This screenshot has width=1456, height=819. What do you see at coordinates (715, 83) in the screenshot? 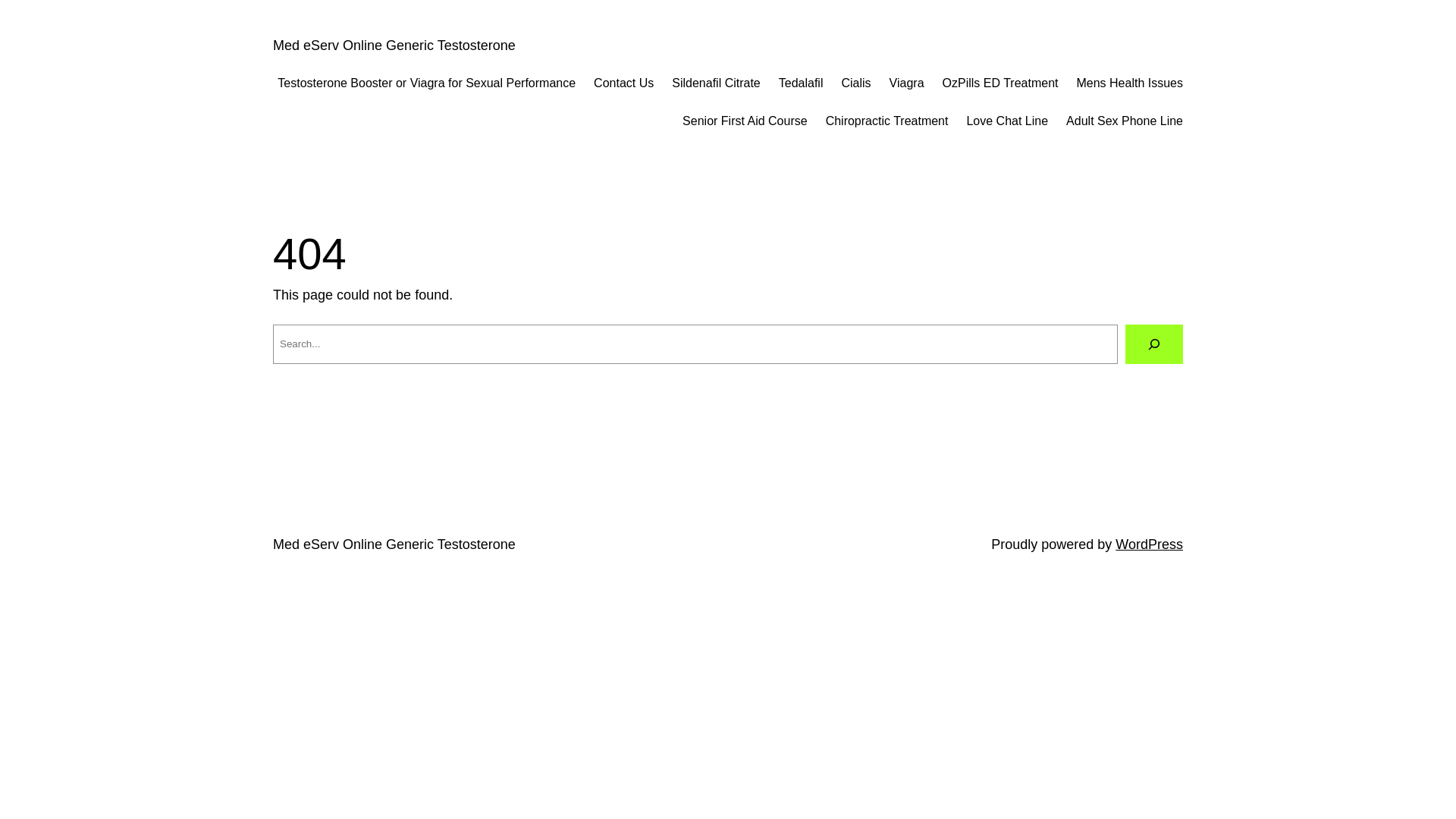
I see `'Sildenafil Citrate'` at bounding box center [715, 83].